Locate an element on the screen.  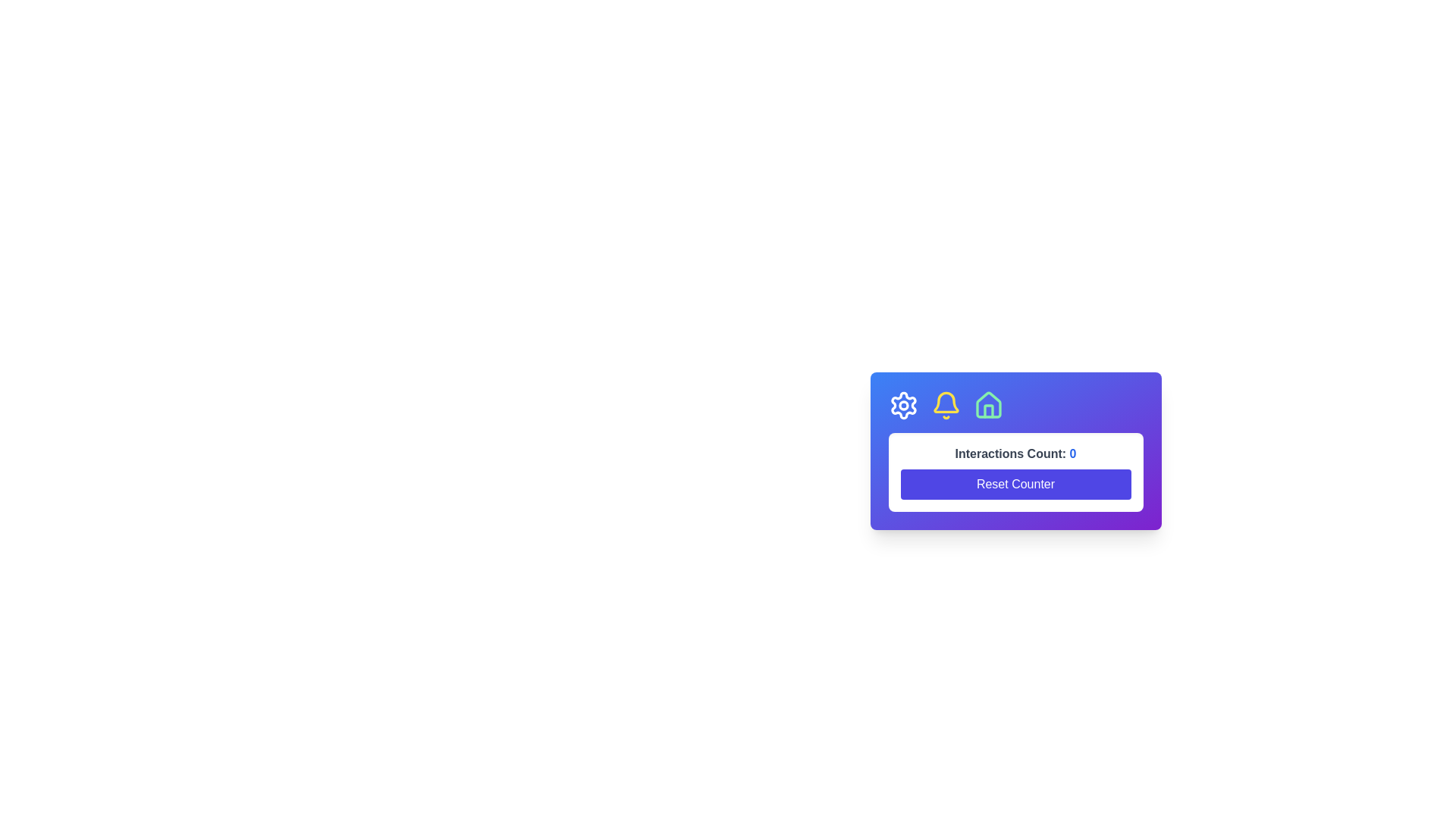
the small circular graphic element, which is a dot located at the center of the gear icon on the top-left of the interface is located at coordinates (903, 405).